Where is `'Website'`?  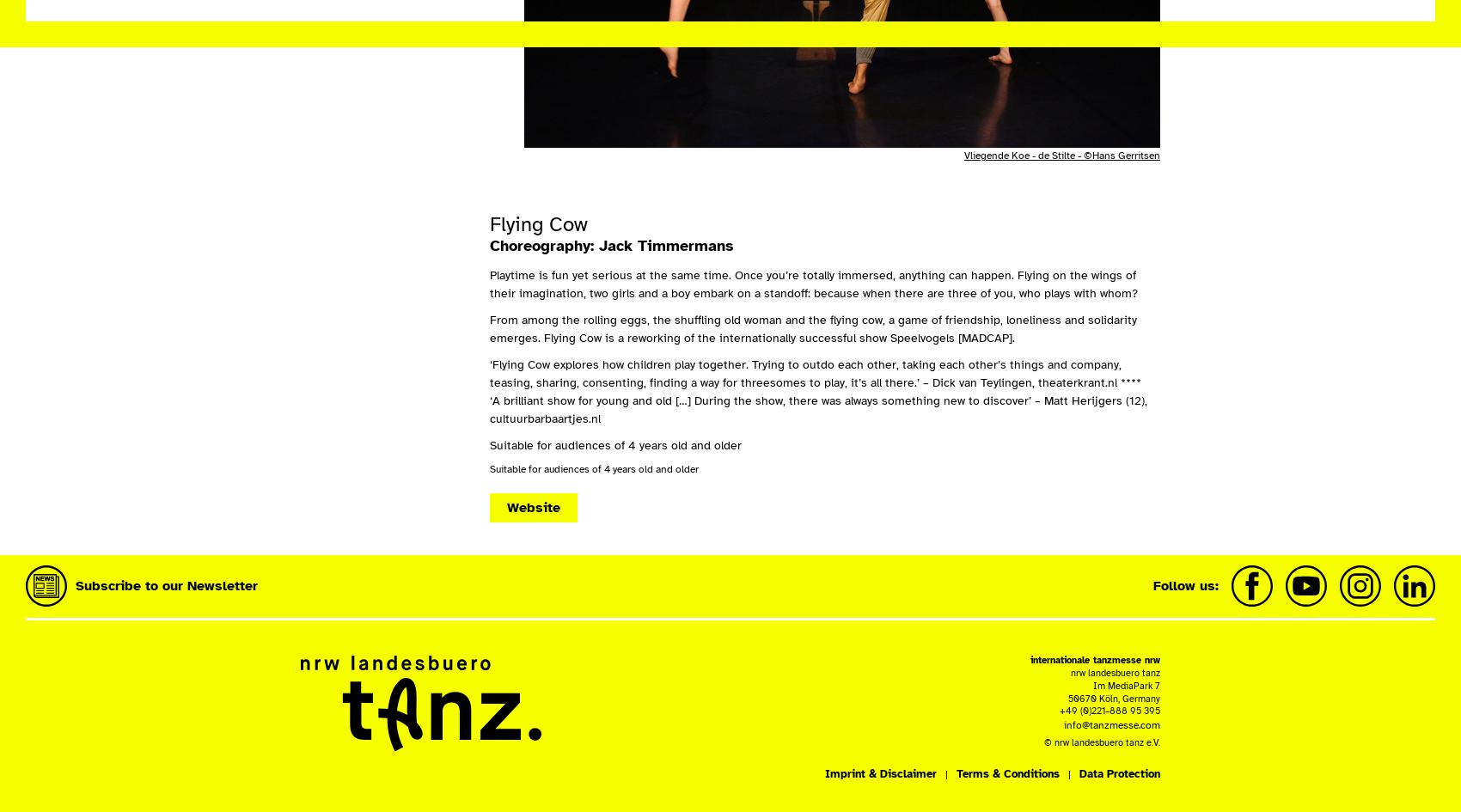 'Website' is located at coordinates (533, 508).